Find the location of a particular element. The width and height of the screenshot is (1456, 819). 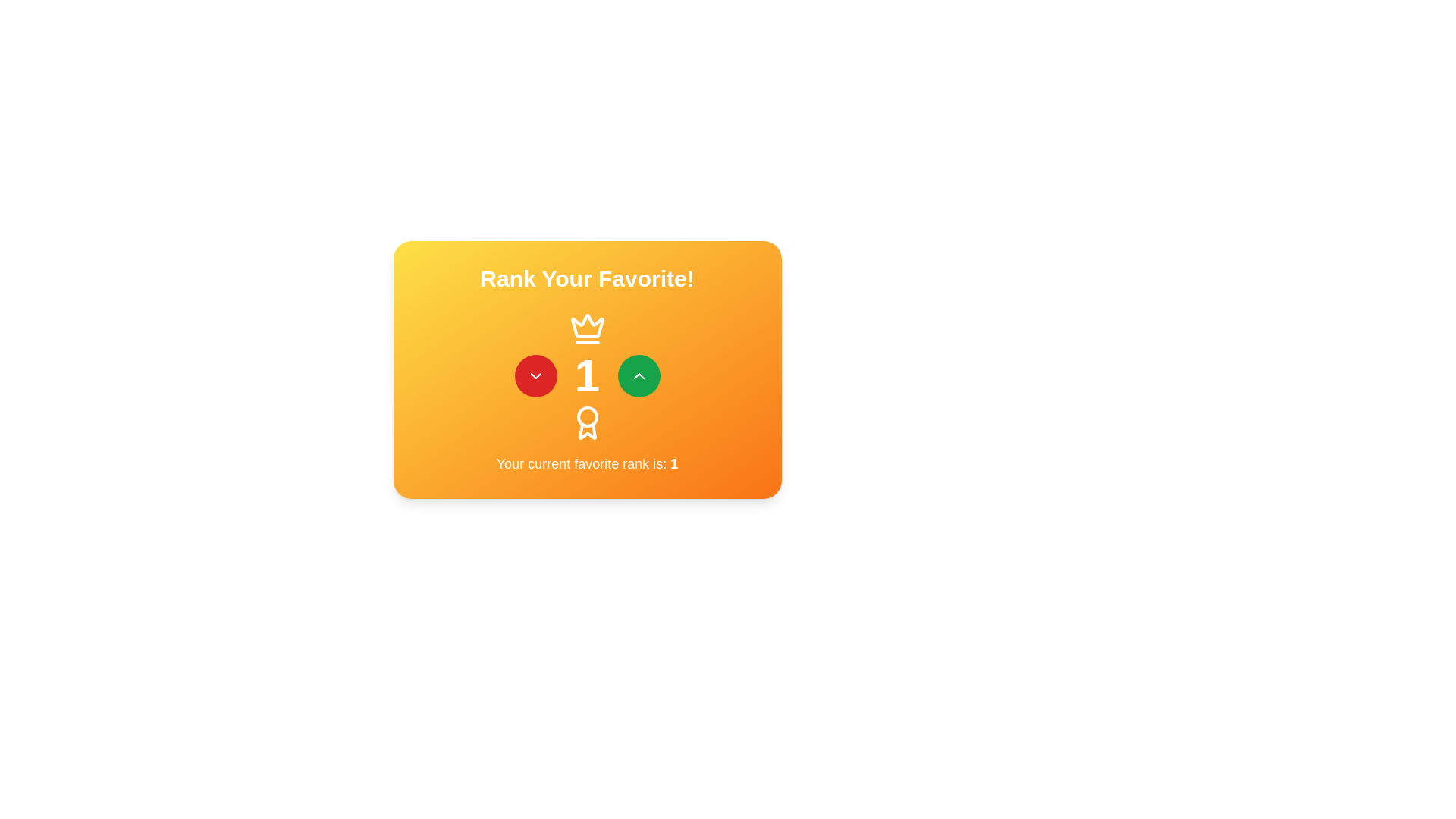

the numeral '1' in the text 'Your current favorite rank is:' located in the lower right of the orange card interface is located at coordinates (673, 463).